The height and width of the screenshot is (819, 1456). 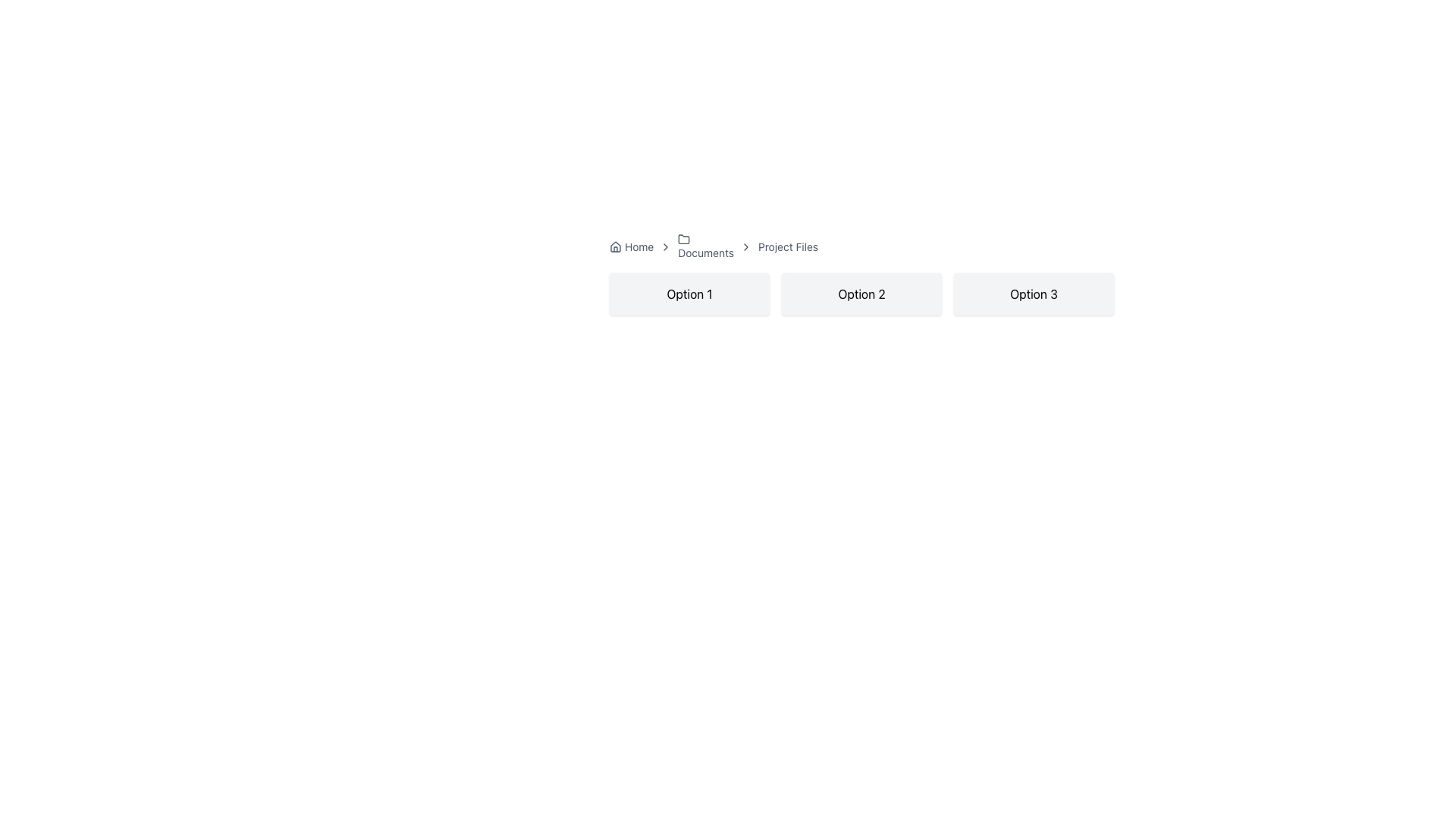 What do you see at coordinates (788, 246) in the screenshot?
I see `the 'Project Files' breadcrumb navigation label, which indicates the current page context and is positioned after the 'Documents' label in the breadcrumb navigation bar` at bounding box center [788, 246].